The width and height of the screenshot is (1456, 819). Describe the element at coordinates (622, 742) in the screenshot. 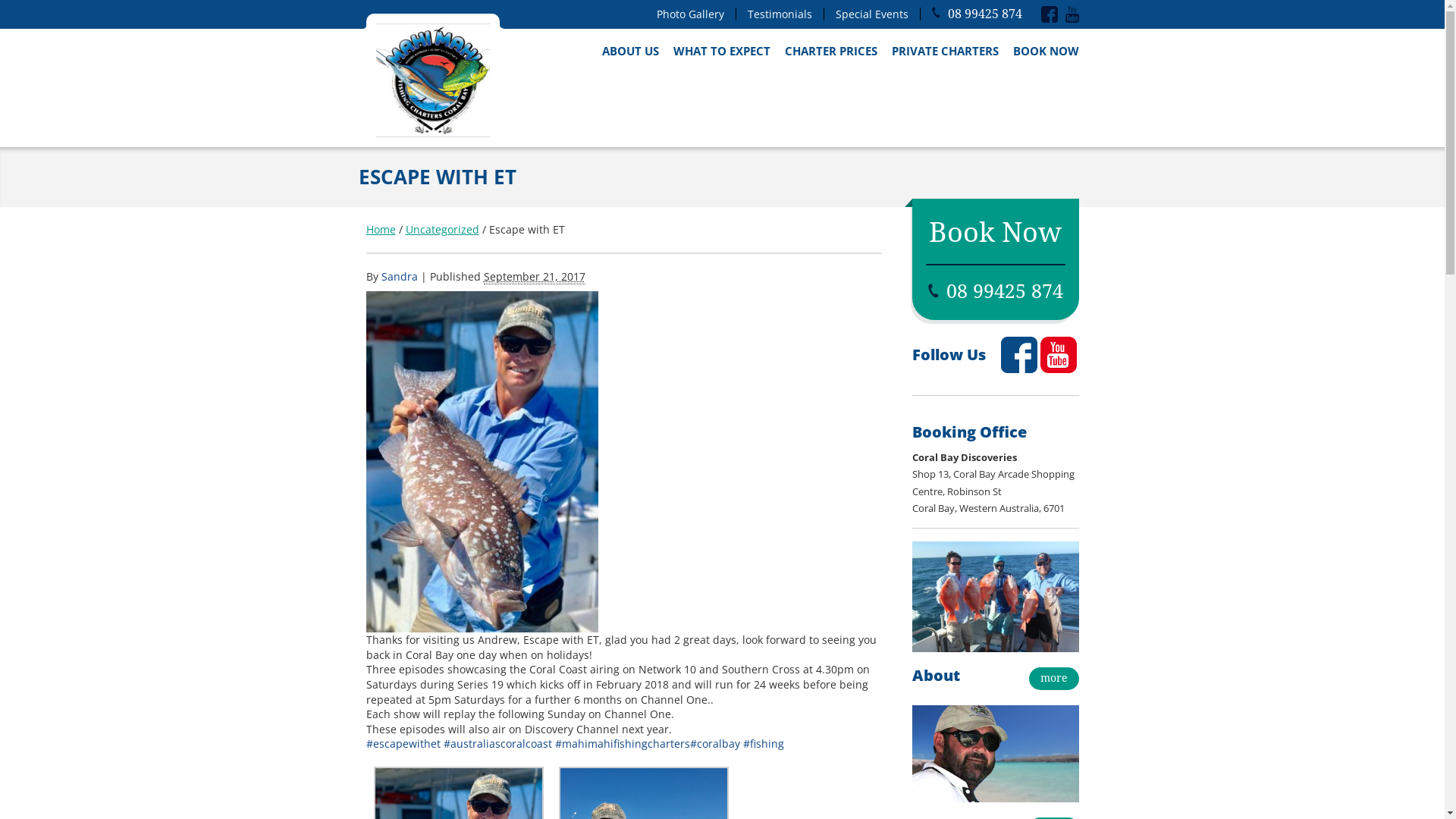

I see `'#mahimahifishingcharters'` at that location.